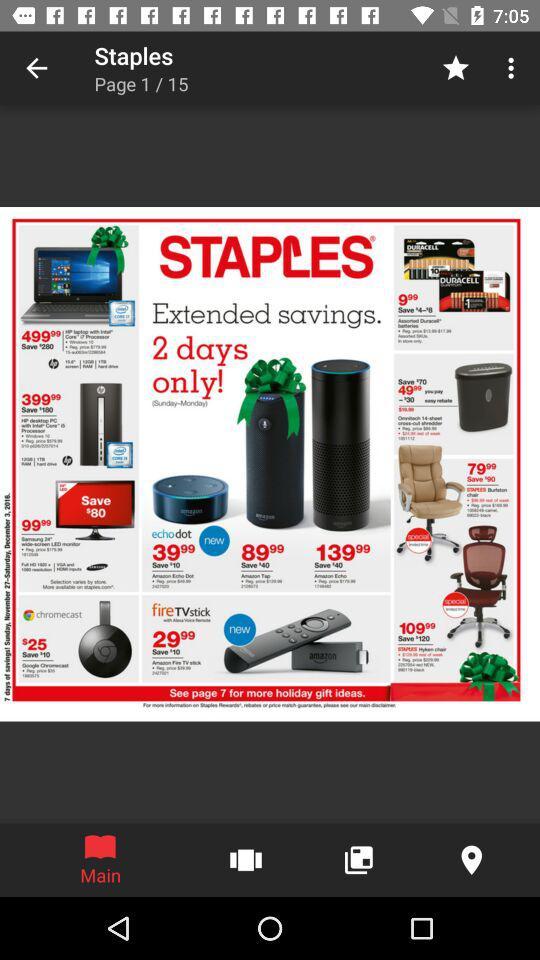 The width and height of the screenshot is (540, 960). I want to click on the item next to page 1 / 15 icon, so click(455, 68).